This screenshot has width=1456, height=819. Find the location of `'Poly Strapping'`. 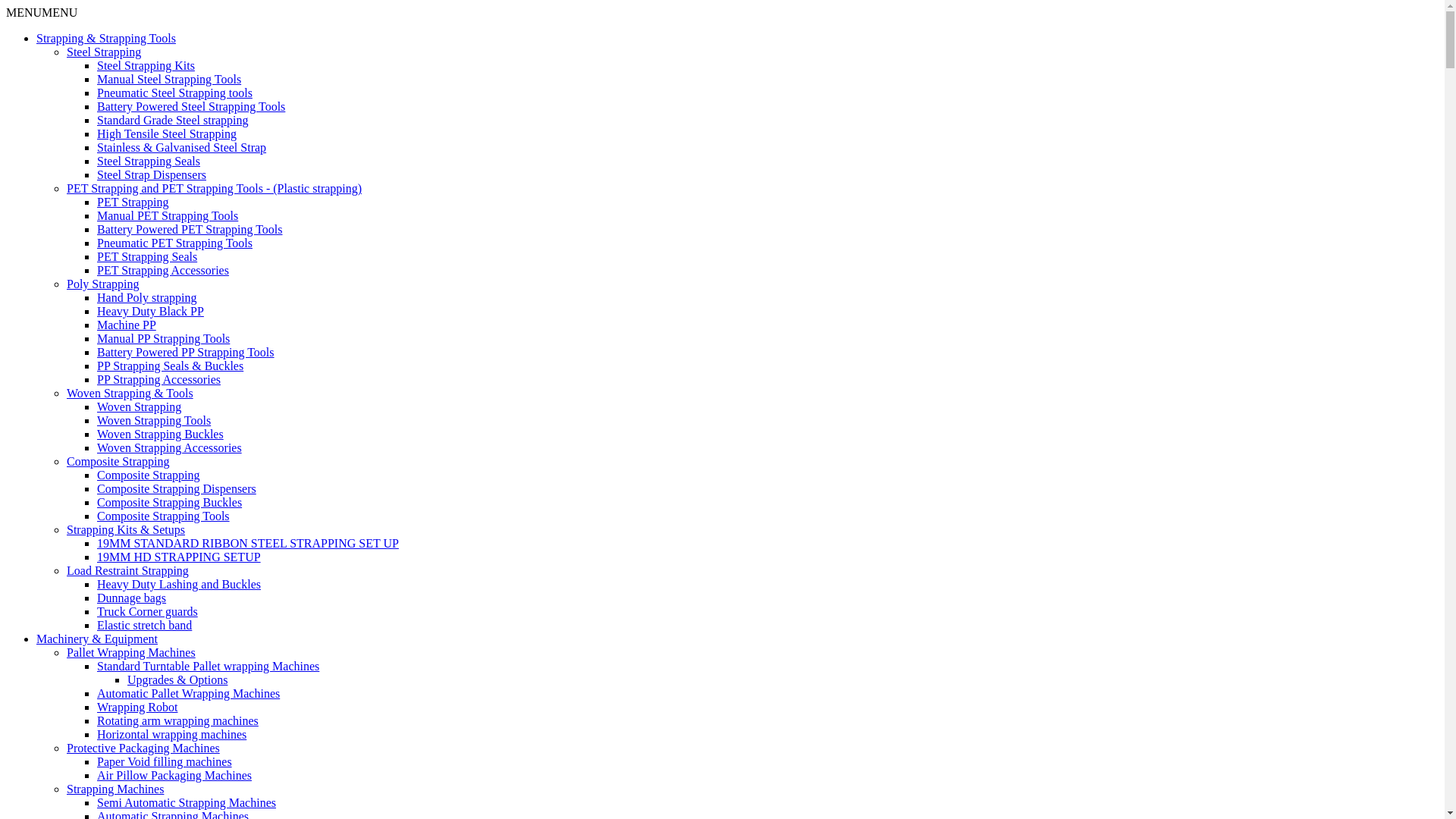

'Poly Strapping' is located at coordinates (65, 284).